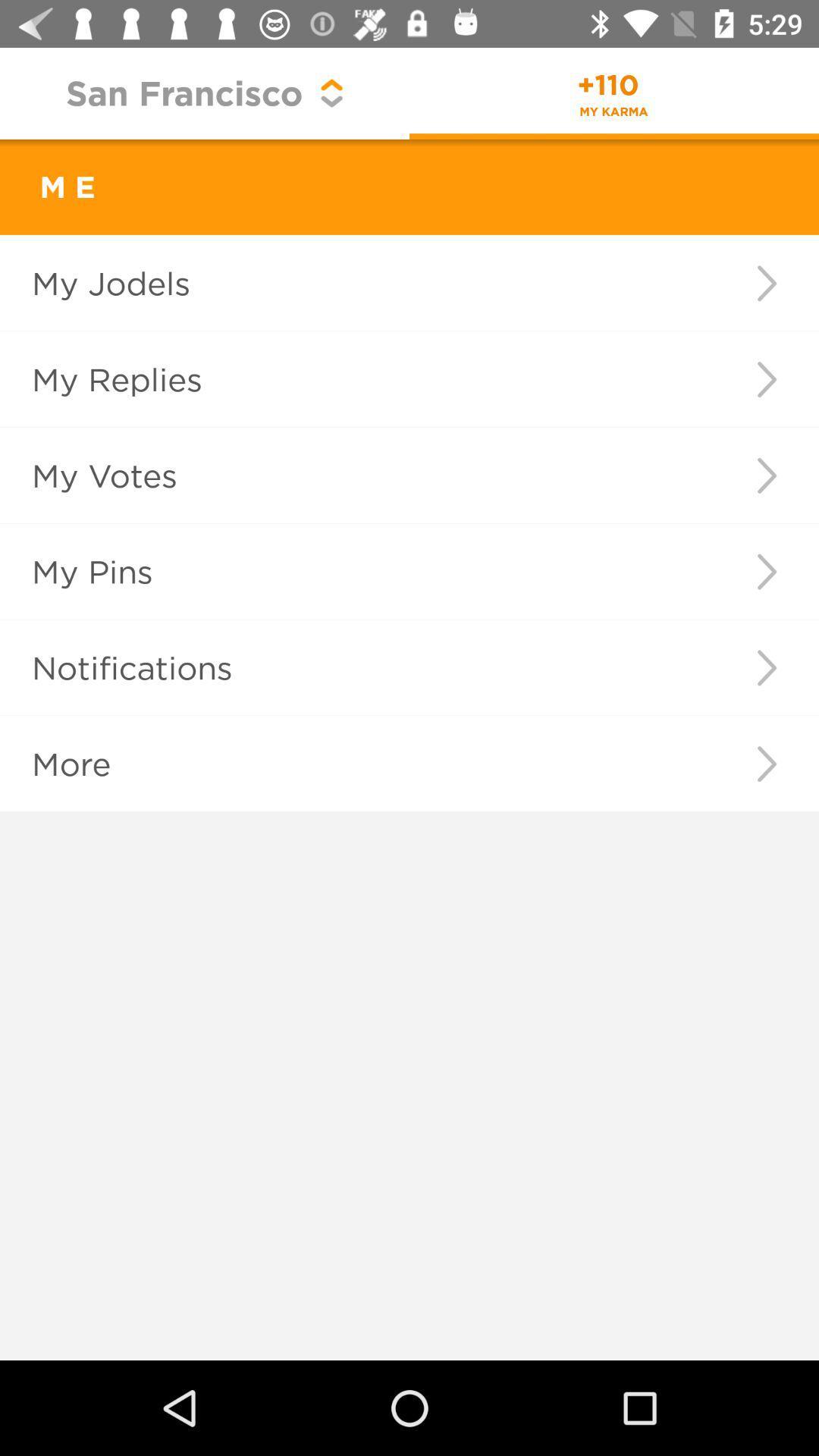  What do you see at coordinates (767, 667) in the screenshot?
I see `item to the right of the notifications icon` at bounding box center [767, 667].